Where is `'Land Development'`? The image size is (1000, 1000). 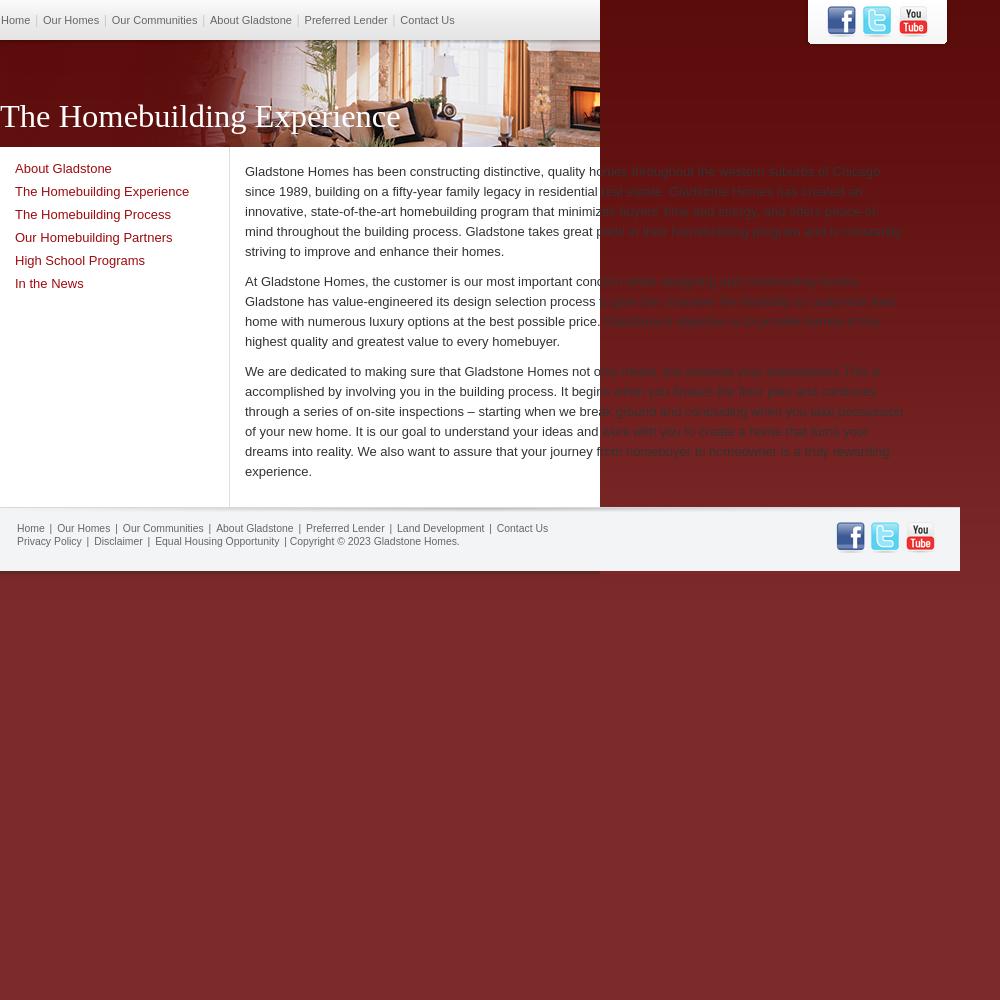
'Land Development' is located at coordinates (439, 528).